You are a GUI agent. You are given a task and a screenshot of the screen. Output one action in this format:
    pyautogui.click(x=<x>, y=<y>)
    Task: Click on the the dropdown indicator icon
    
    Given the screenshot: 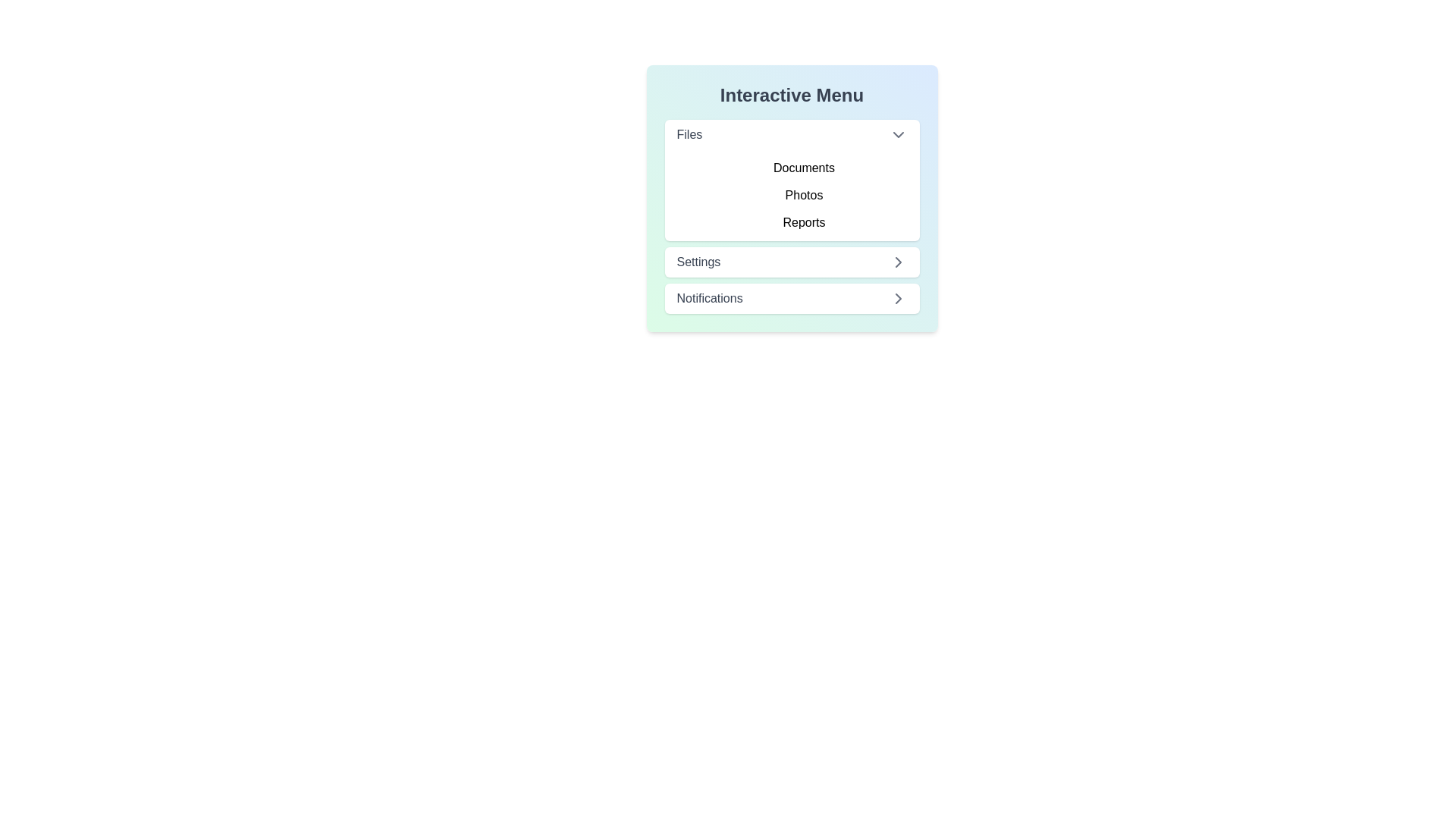 What is the action you would take?
    pyautogui.click(x=898, y=133)
    